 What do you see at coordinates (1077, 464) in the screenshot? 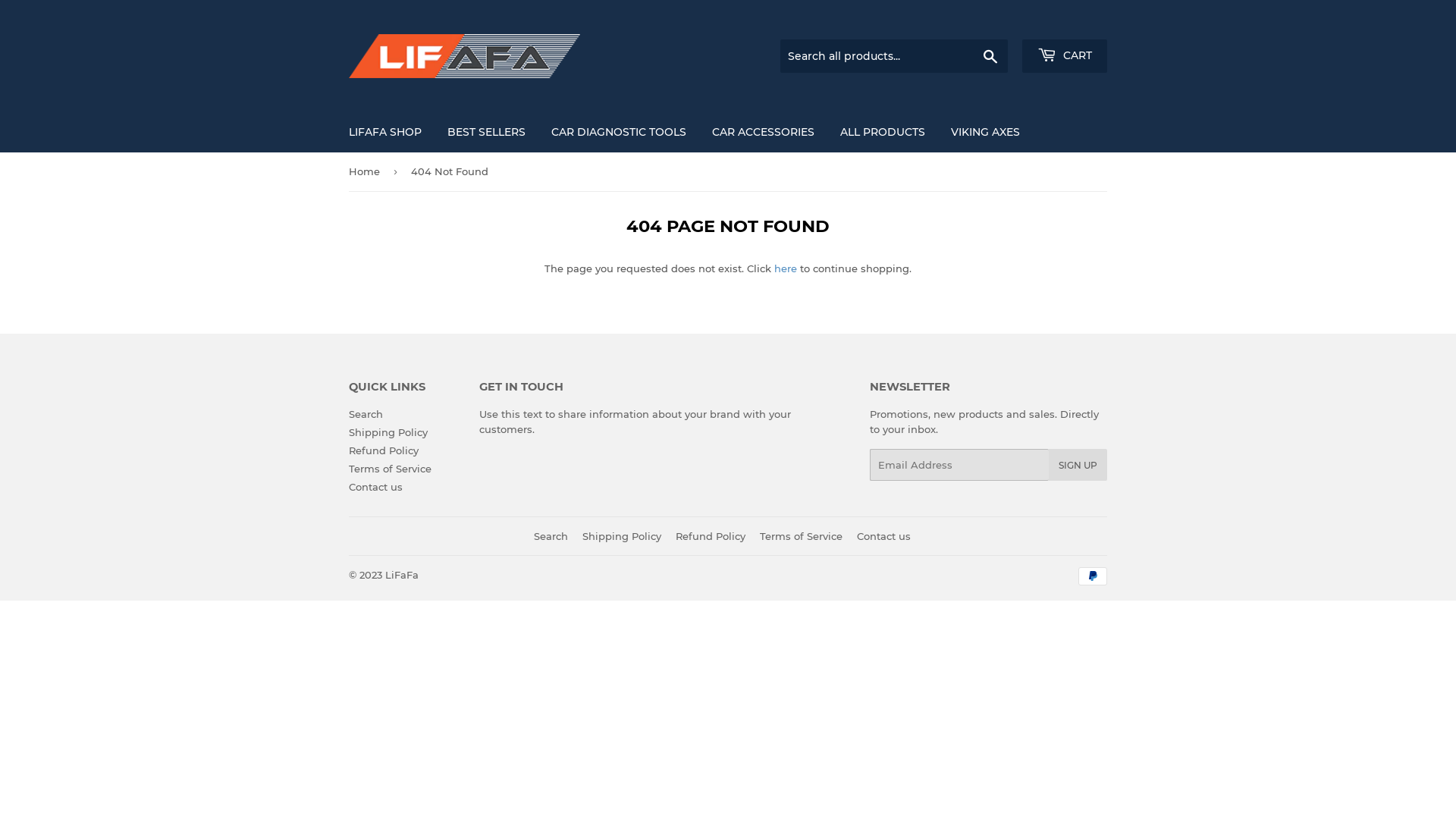
I see `'SIGN UP'` at bounding box center [1077, 464].